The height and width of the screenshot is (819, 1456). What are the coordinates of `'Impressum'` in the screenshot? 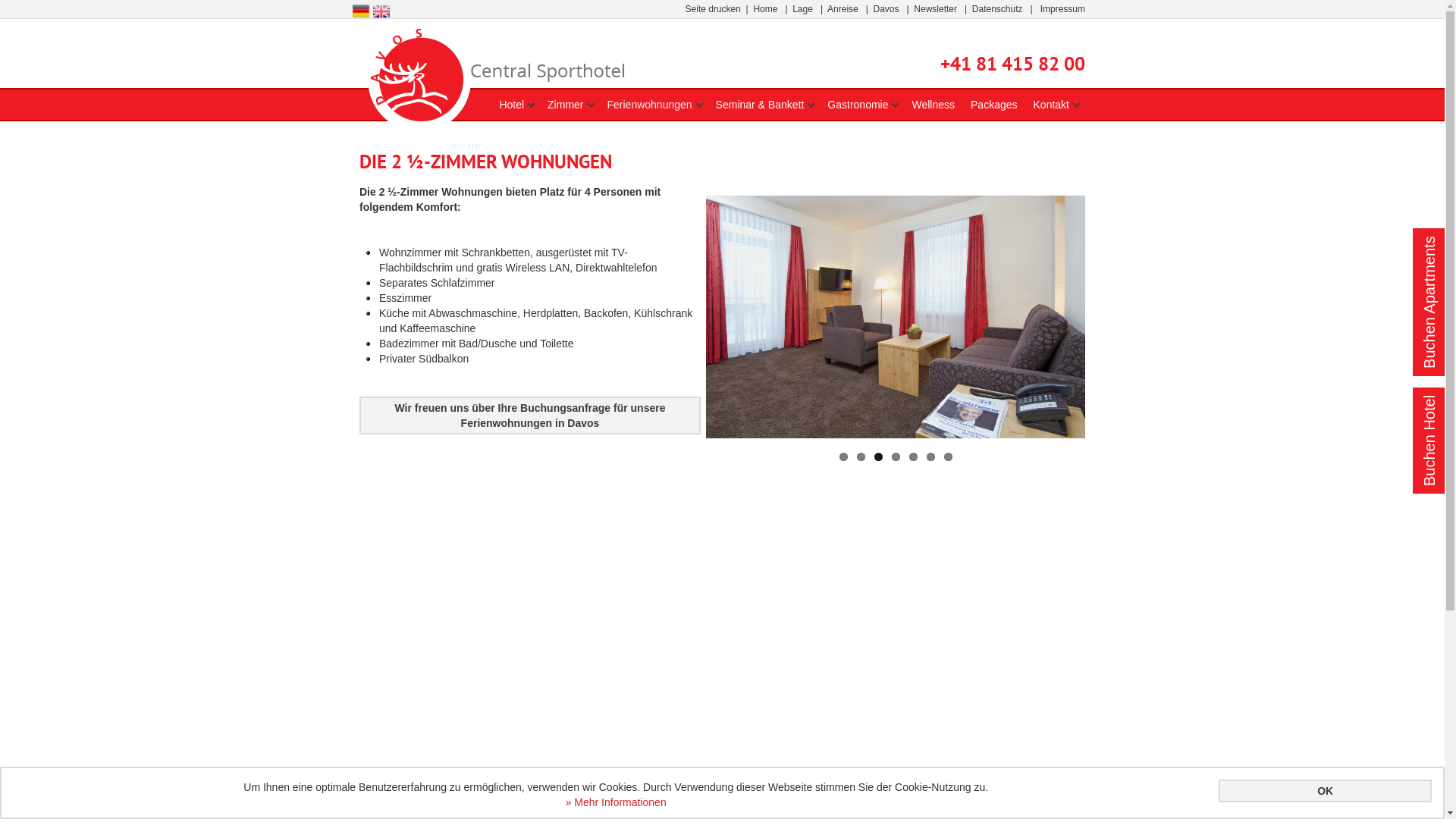 It's located at (1062, 8).